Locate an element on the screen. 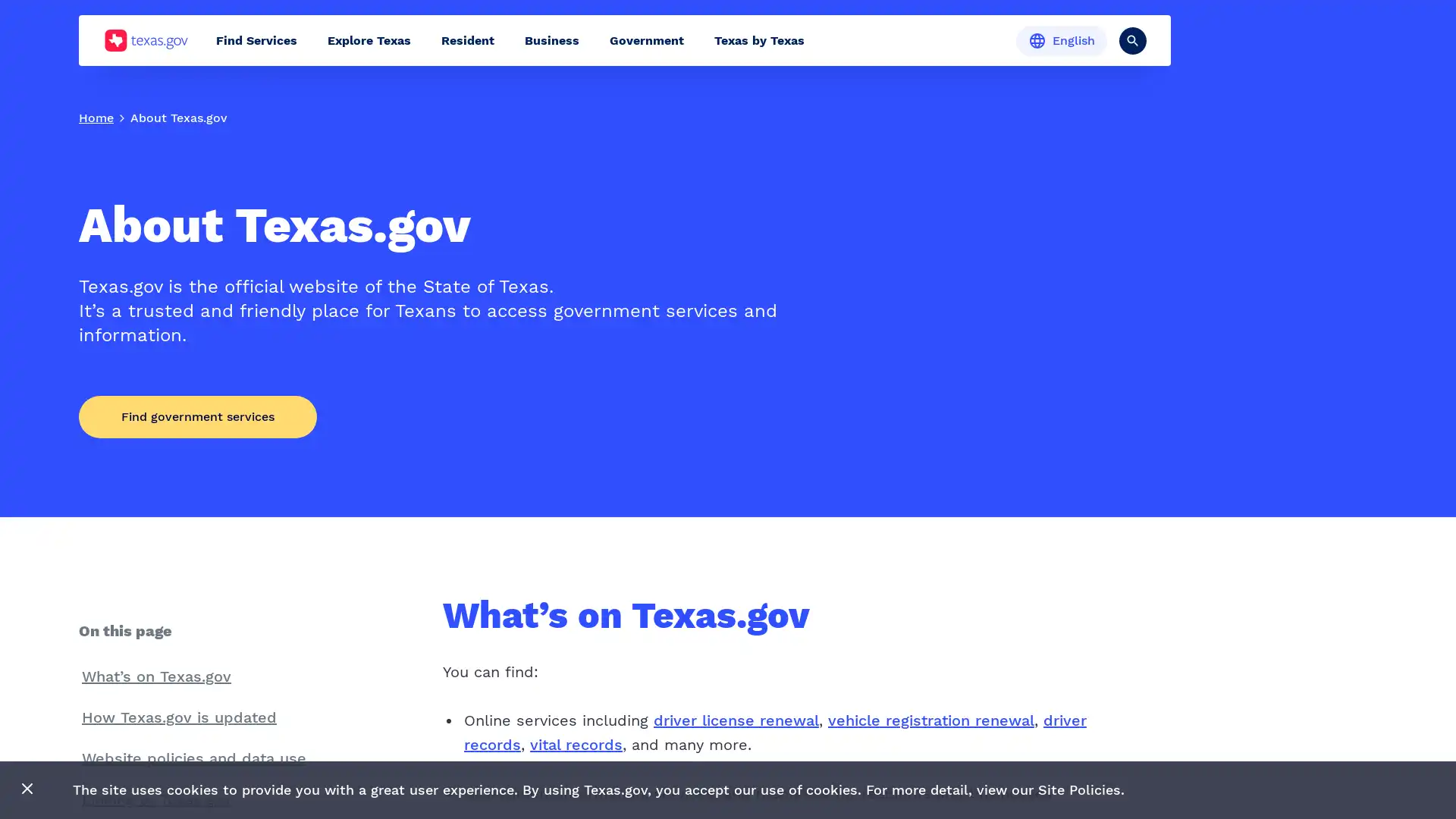 The height and width of the screenshot is (819, 1456). Close is located at coordinates (27, 789).